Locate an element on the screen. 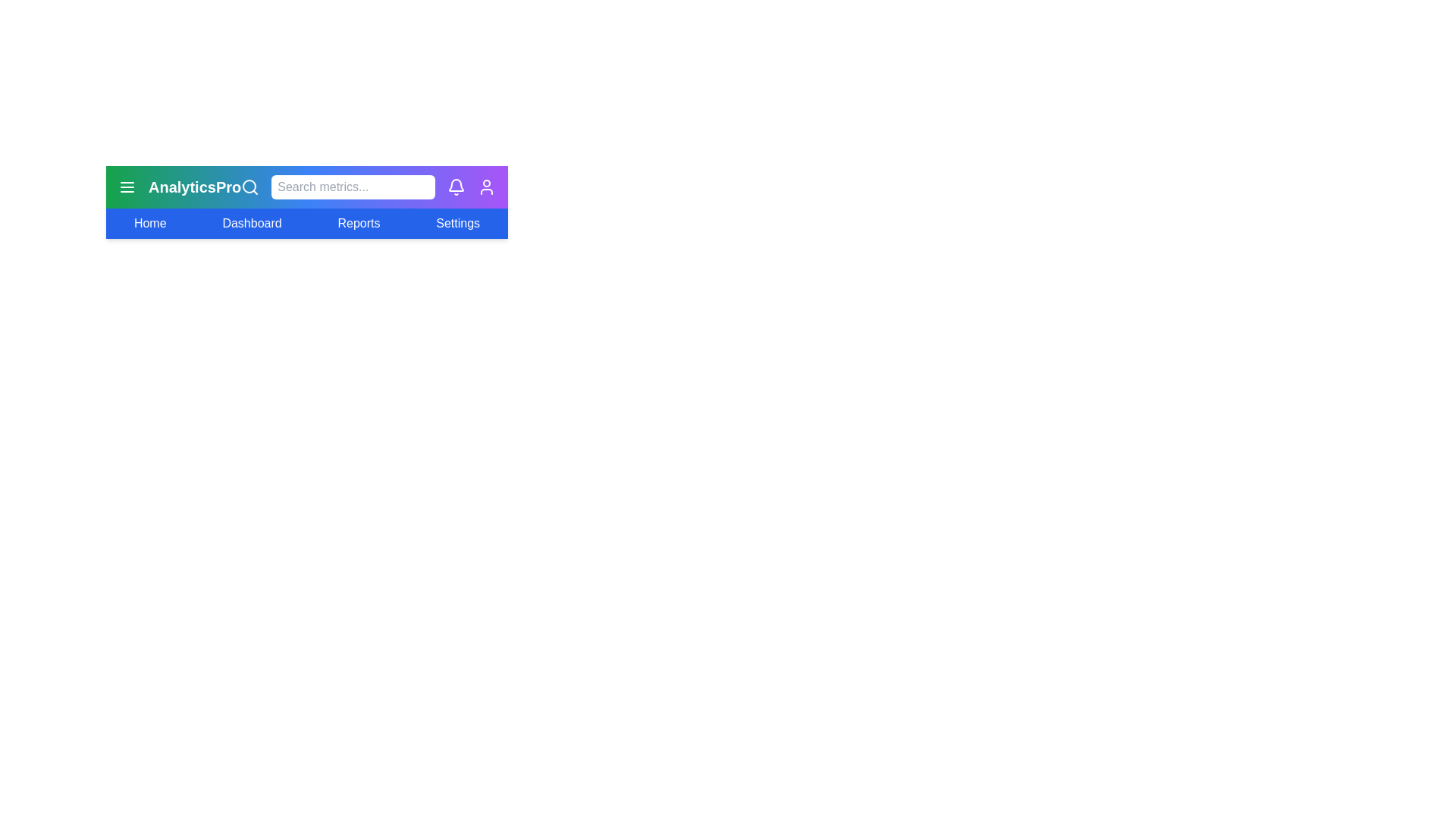  the menu option labeled Home to select it is located at coordinates (149, 223).